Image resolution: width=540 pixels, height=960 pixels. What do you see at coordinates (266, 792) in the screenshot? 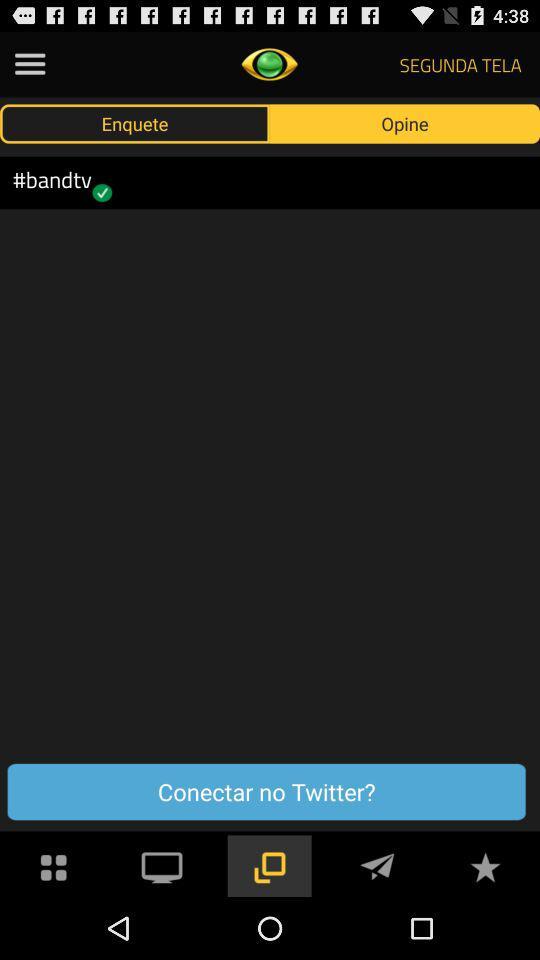
I see `the conectar no twitter? button` at bounding box center [266, 792].